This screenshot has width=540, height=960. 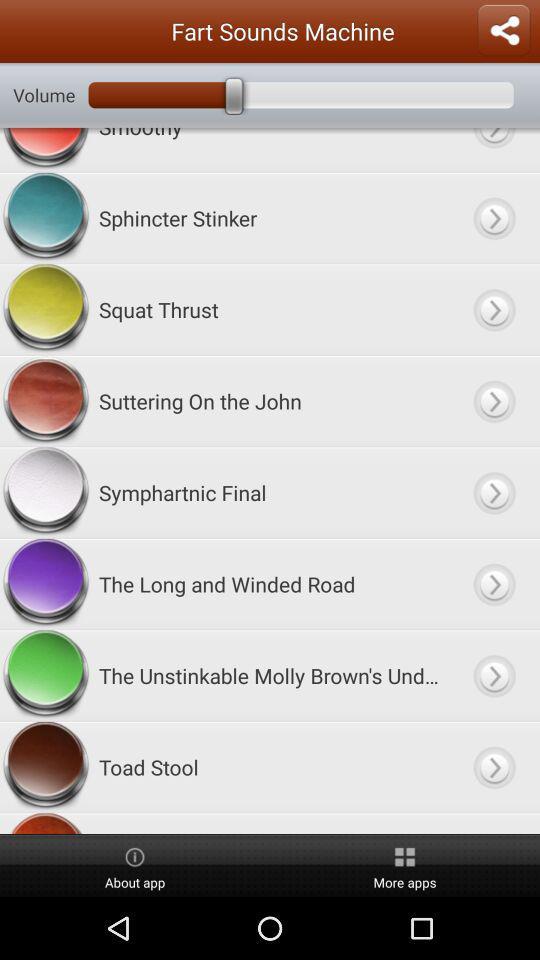 What do you see at coordinates (493, 218) in the screenshot?
I see `sphincter stinker` at bounding box center [493, 218].